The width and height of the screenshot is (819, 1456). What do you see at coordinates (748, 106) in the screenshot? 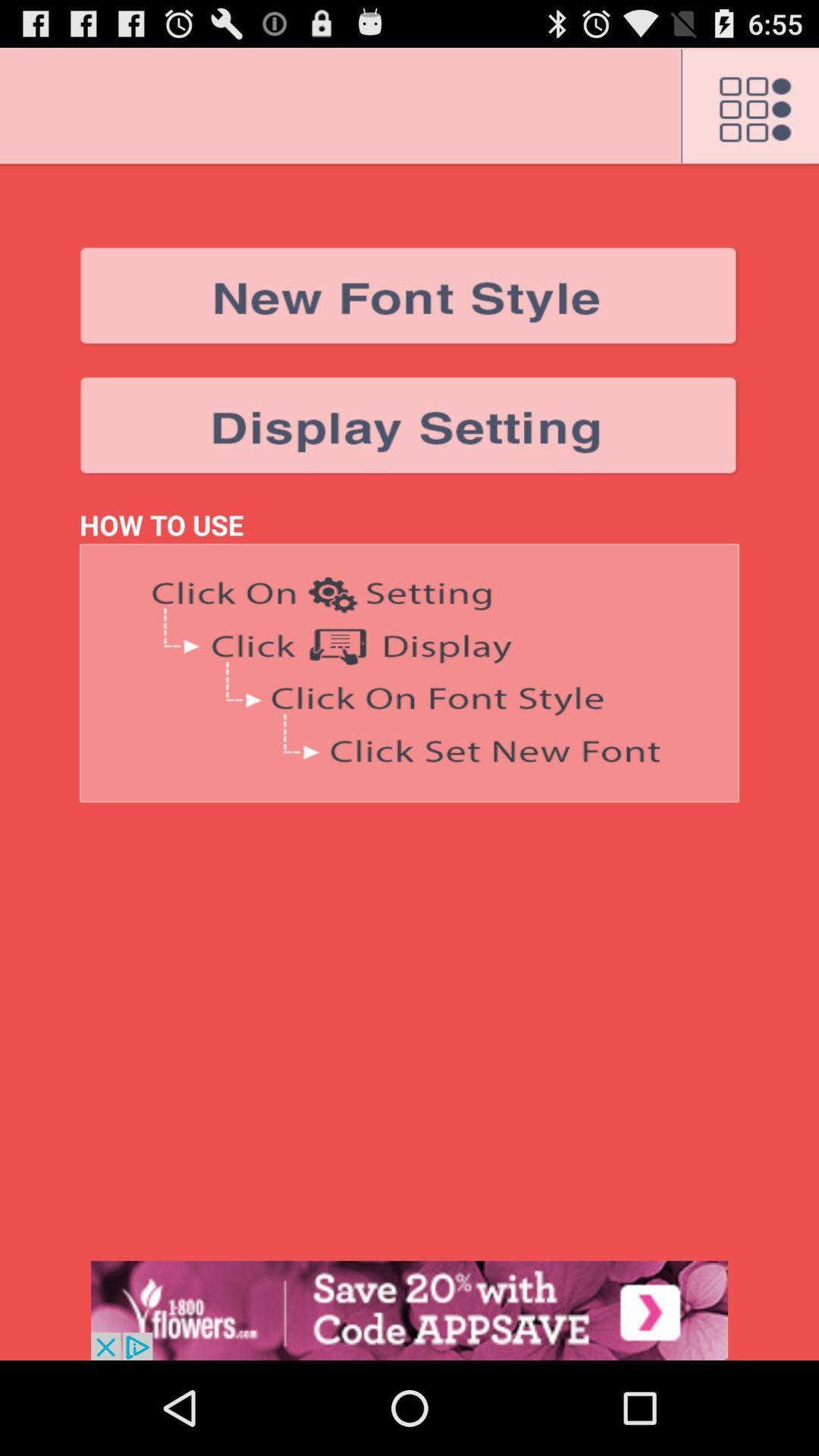
I see `open settings` at bounding box center [748, 106].